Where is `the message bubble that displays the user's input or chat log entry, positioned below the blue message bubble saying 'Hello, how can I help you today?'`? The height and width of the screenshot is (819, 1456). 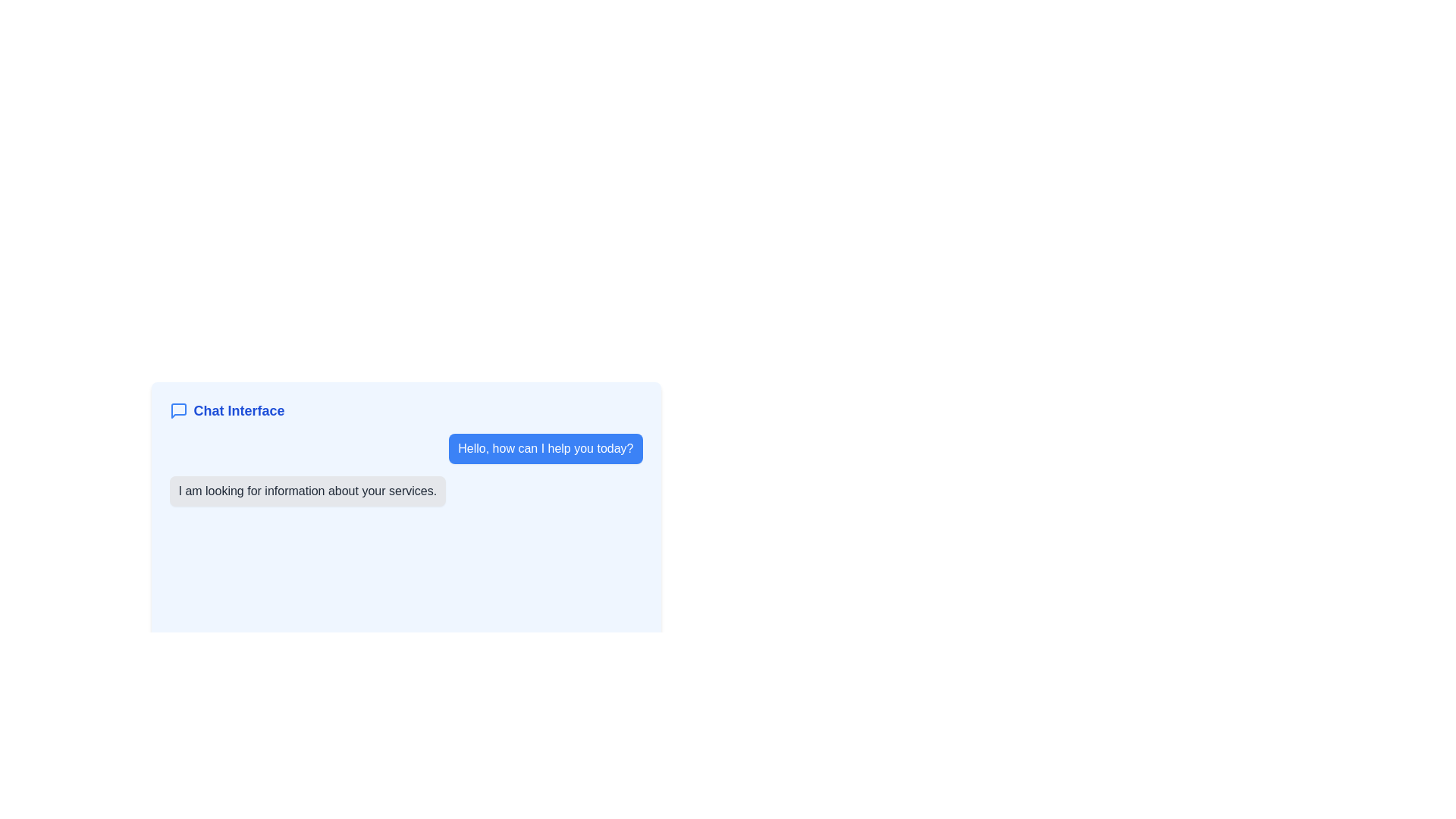
the message bubble that displays the user's input or chat log entry, positioned below the blue message bubble saying 'Hello, how can I help you today?' is located at coordinates (406, 497).